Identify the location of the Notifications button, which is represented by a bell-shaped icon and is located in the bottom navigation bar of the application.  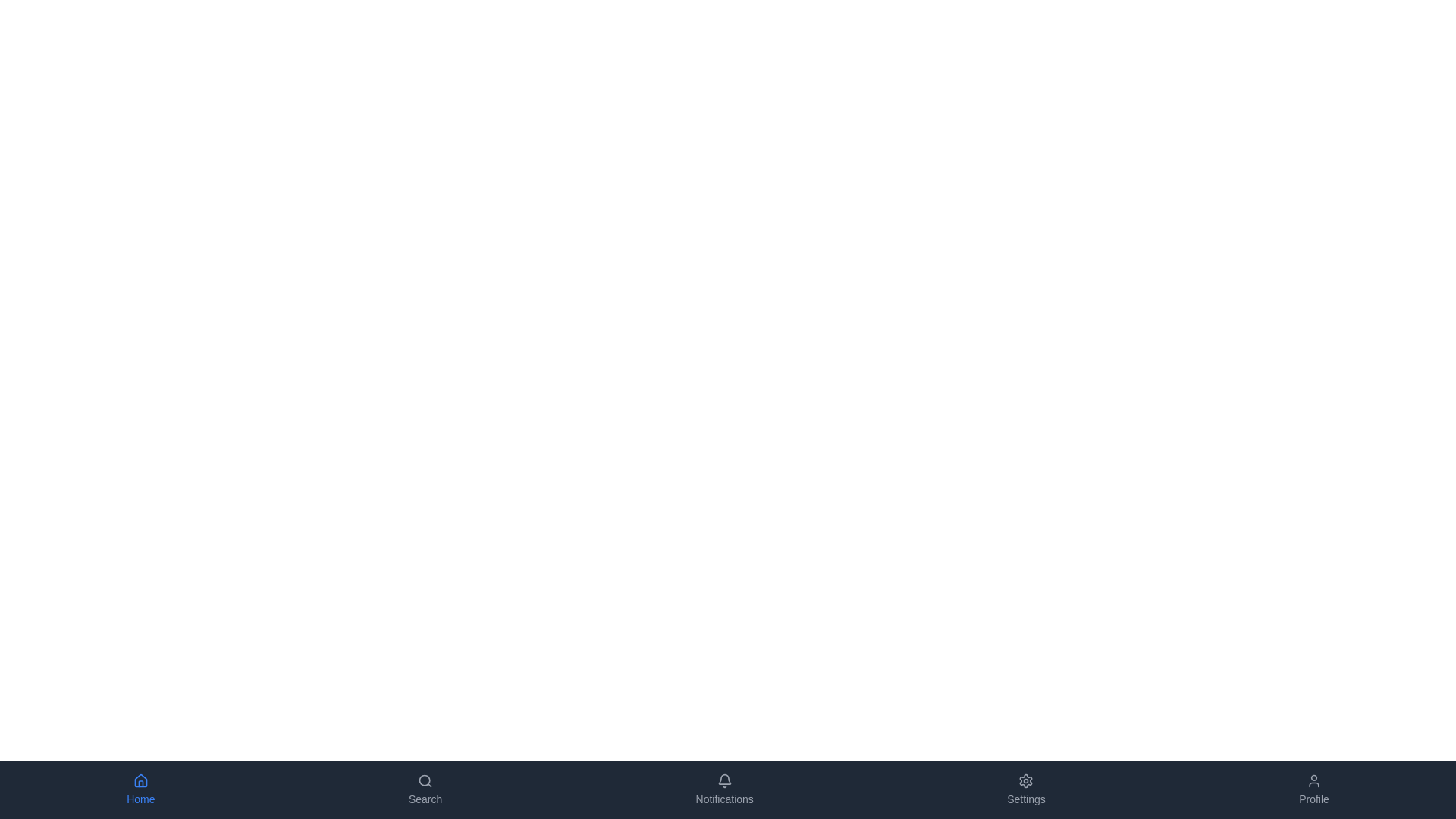
(723, 789).